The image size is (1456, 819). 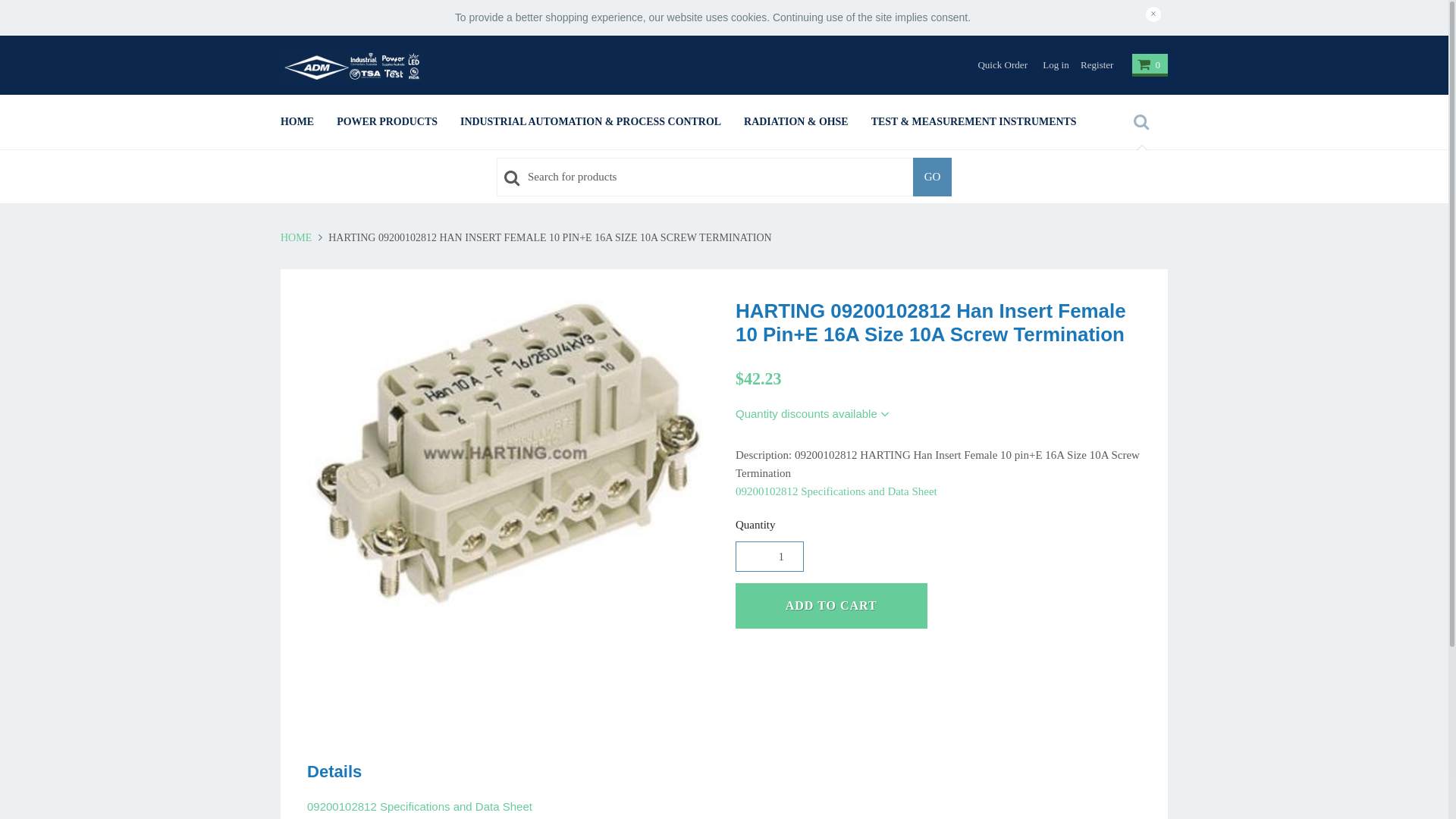 I want to click on 'HOME', so click(x=297, y=121).